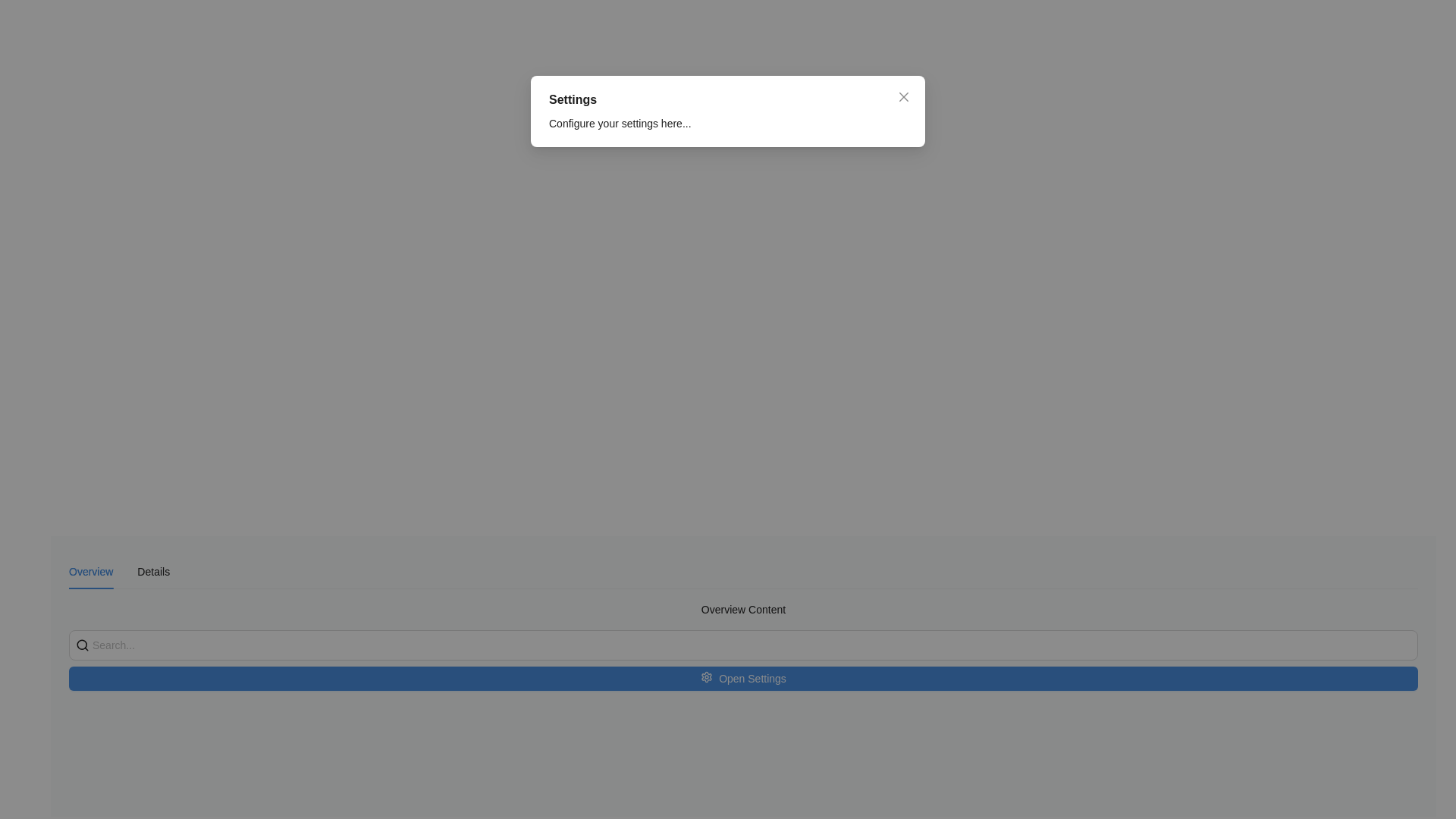  Describe the element at coordinates (118, 571) in the screenshot. I see `the 'Overview' tab of the Tabbed Navigation Bar` at that location.